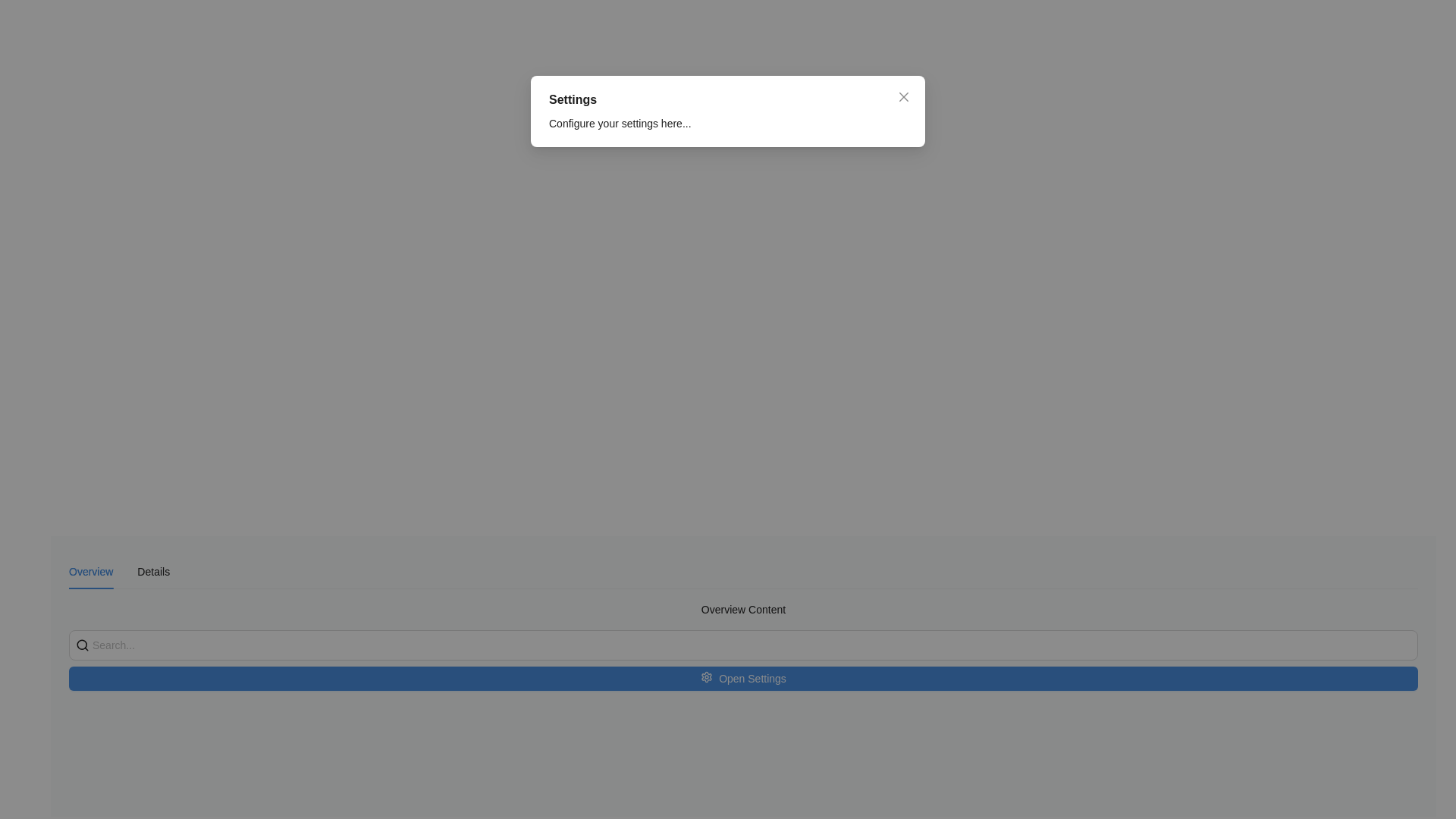  Describe the element at coordinates (118, 571) in the screenshot. I see `the 'Overview' tab of the Tabbed Navigation Bar` at that location.